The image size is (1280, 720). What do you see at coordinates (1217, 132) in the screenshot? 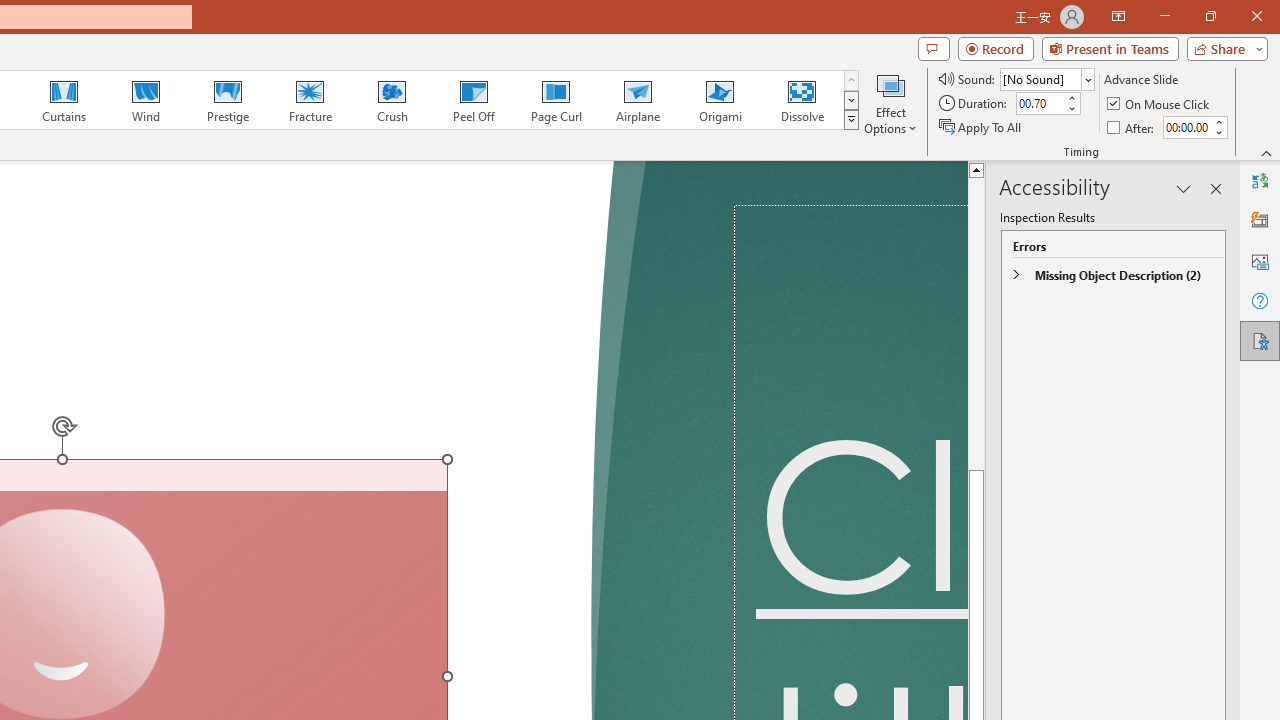
I see `'Less'` at bounding box center [1217, 132].